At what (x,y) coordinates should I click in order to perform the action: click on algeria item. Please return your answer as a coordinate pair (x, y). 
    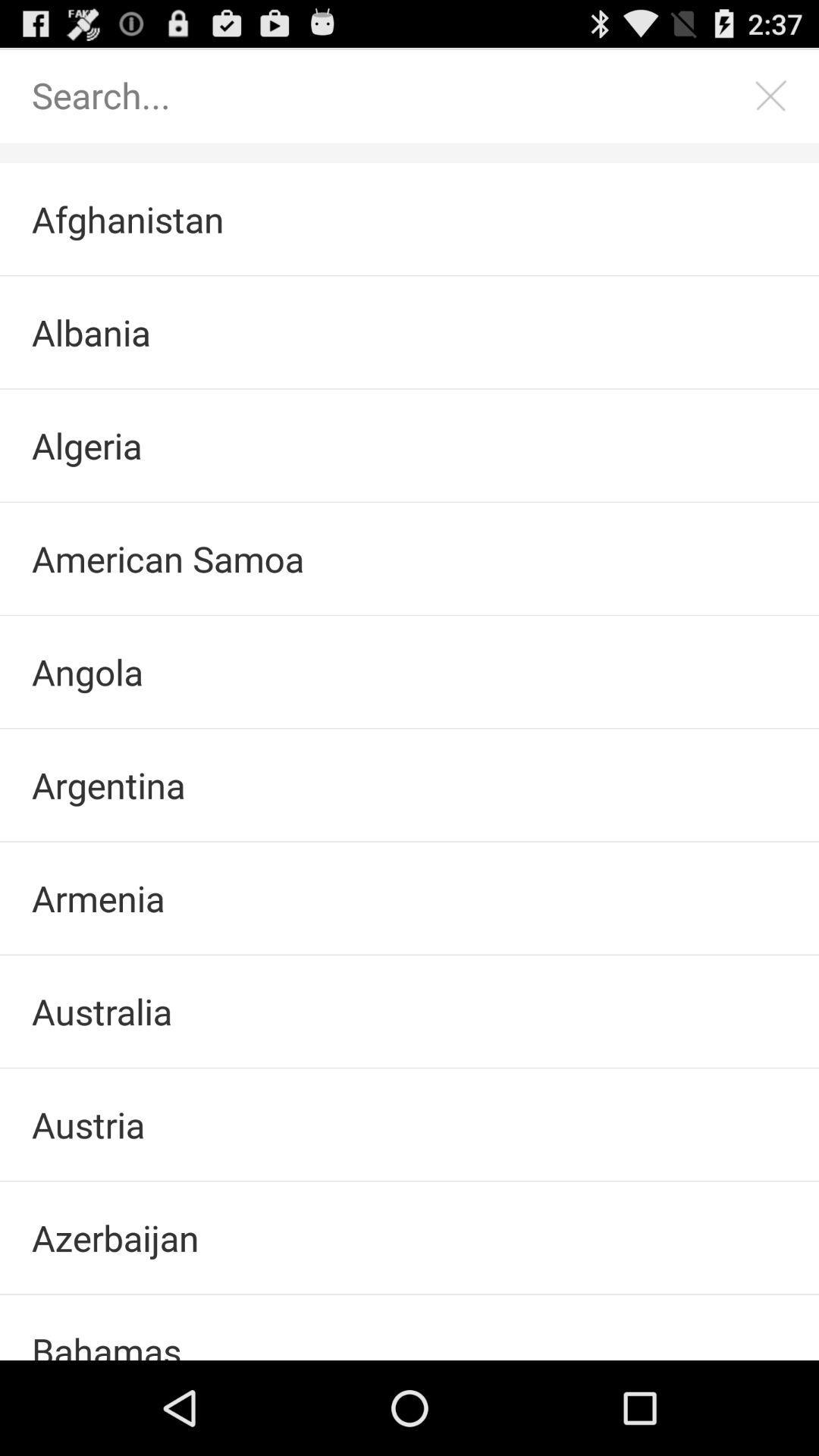
    Looking at the image, I should click on (409, 444).